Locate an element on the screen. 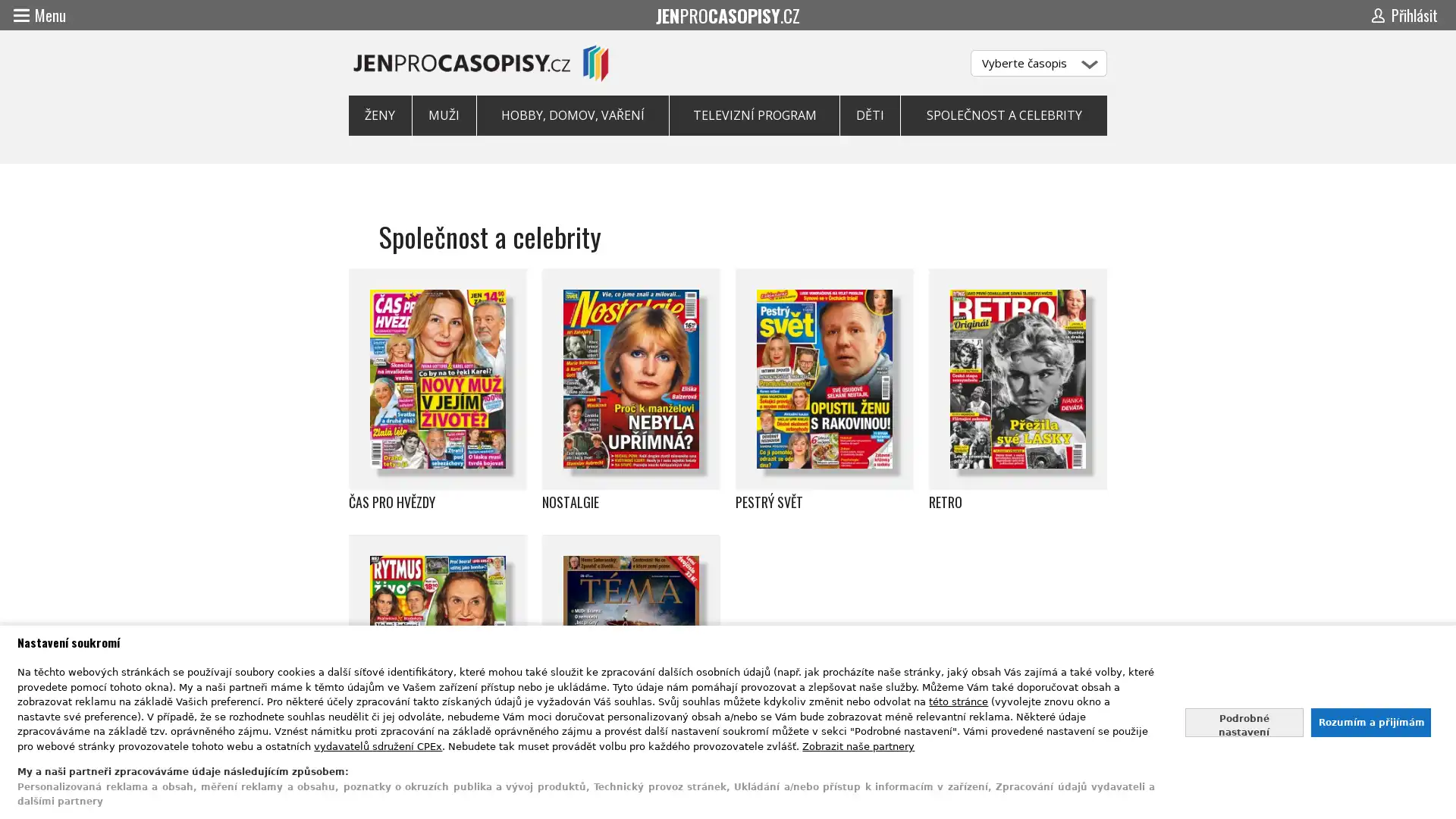 This screenshot has height=819, width=1456. Zobrazit nase partnery is located at coordinates (858, 745).